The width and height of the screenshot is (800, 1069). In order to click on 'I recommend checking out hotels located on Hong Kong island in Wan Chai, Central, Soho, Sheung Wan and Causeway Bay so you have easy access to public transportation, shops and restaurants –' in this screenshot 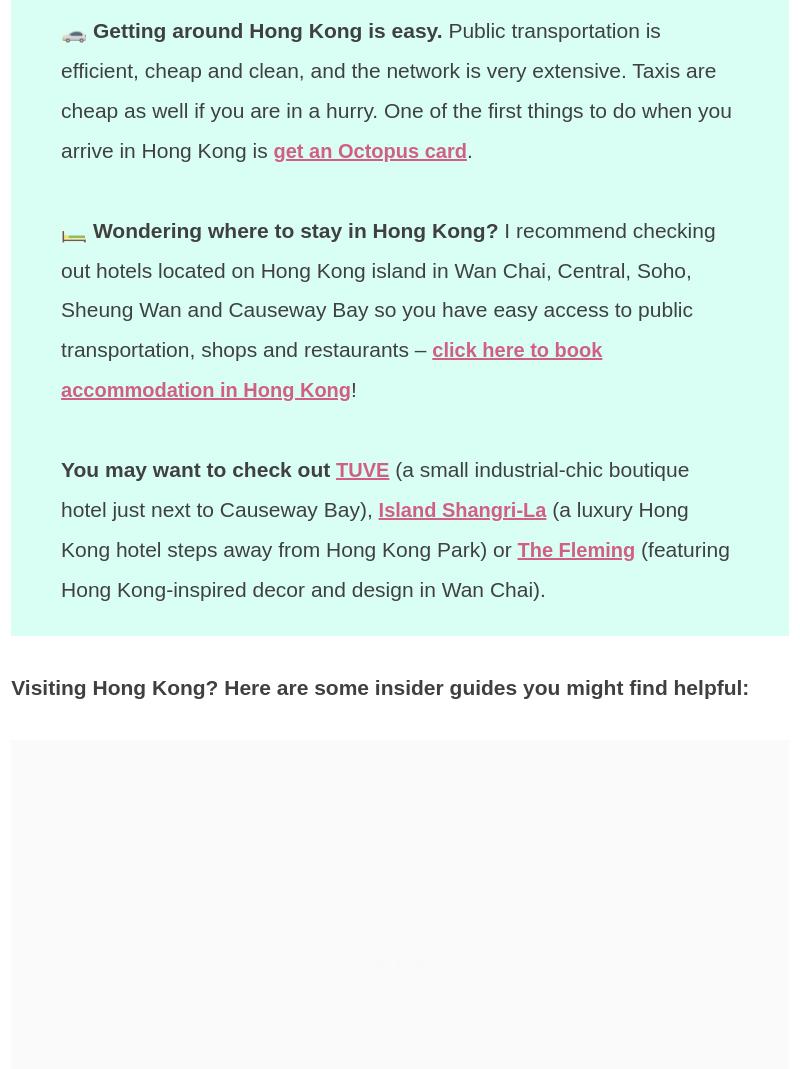, I will do `click(387, 288)`.